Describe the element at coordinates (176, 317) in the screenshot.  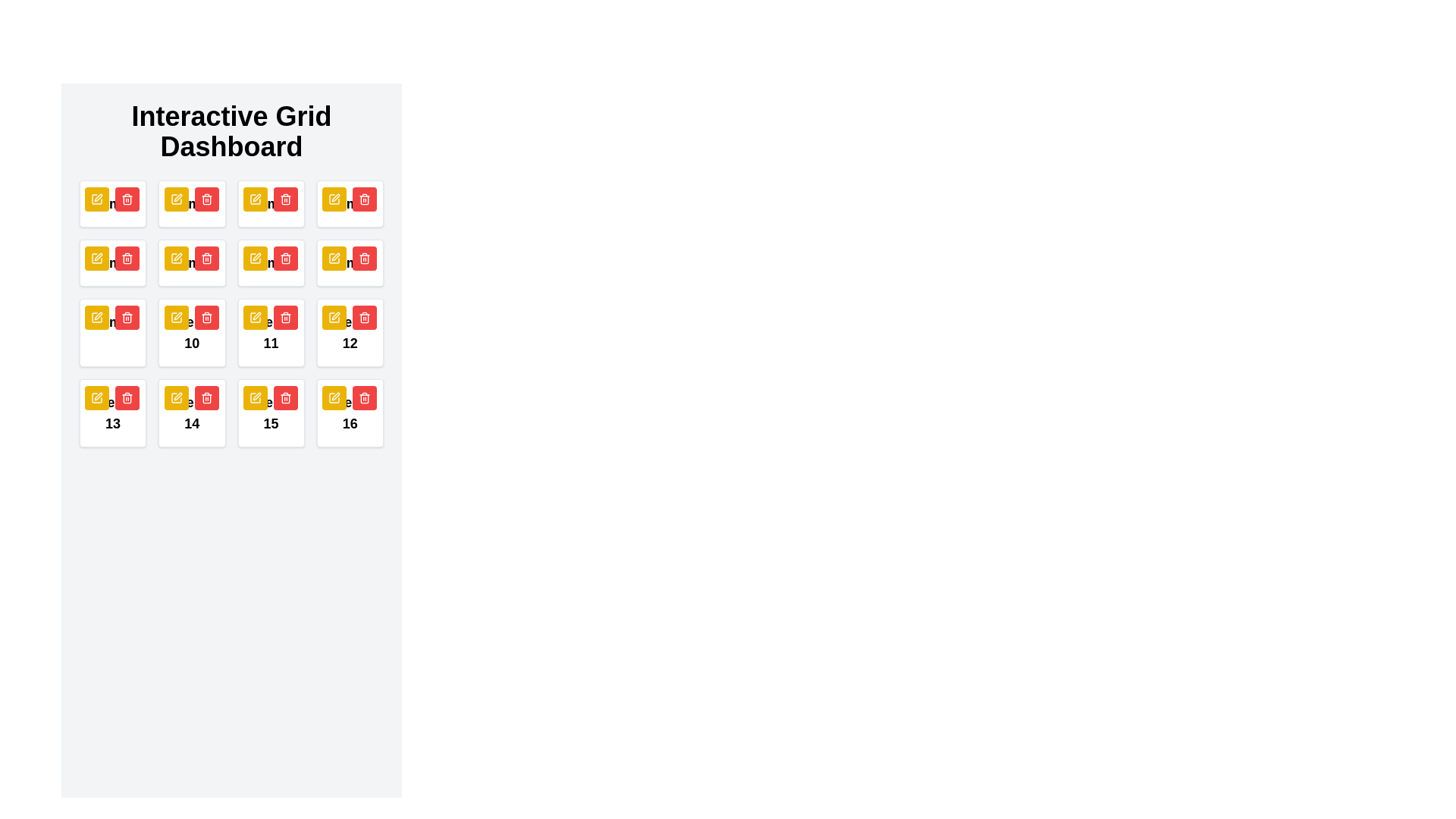
I see `the yellow pen icon inside the rounded yellow button located` at that location.